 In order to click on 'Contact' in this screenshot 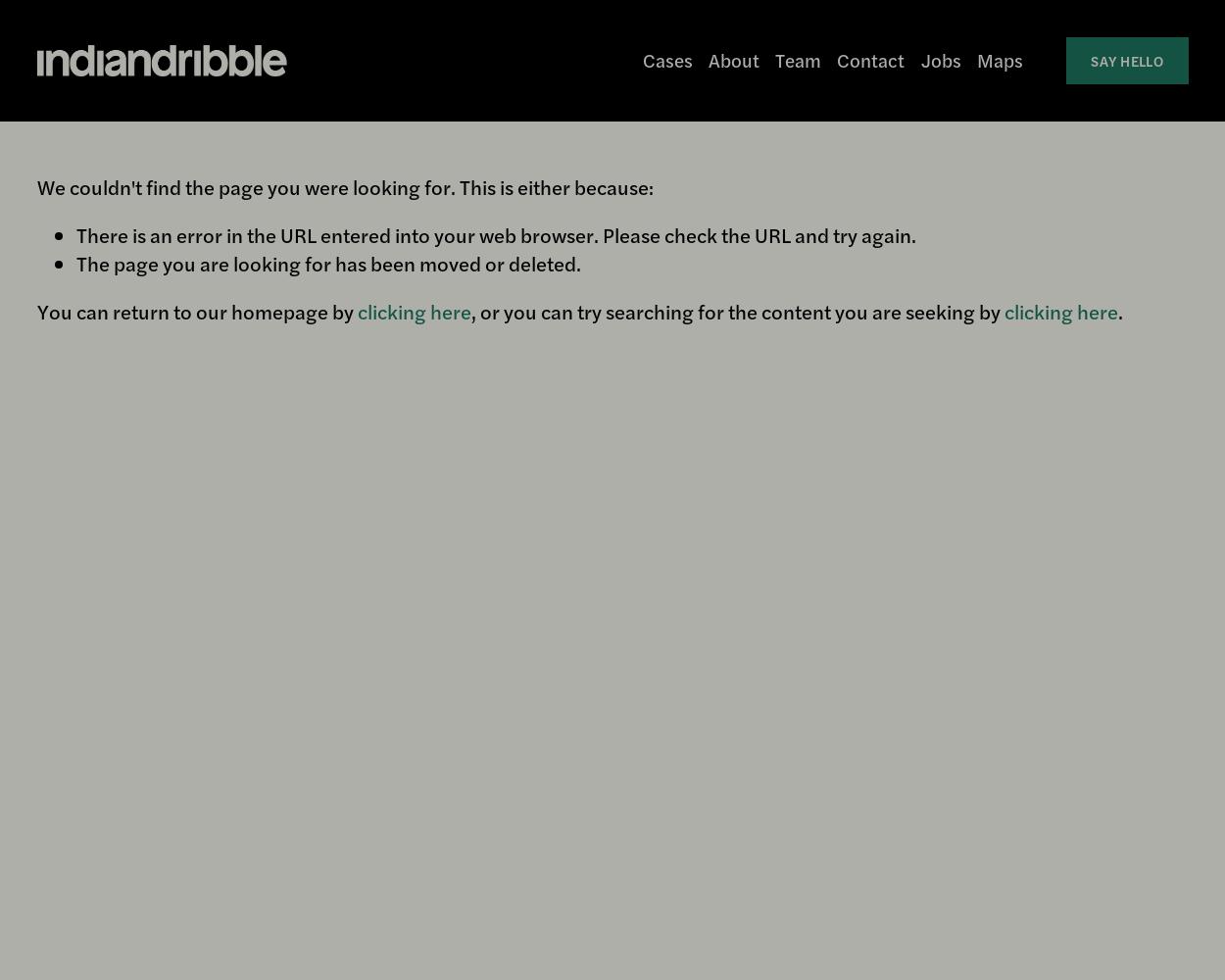, I will do `click(870, 59)`.